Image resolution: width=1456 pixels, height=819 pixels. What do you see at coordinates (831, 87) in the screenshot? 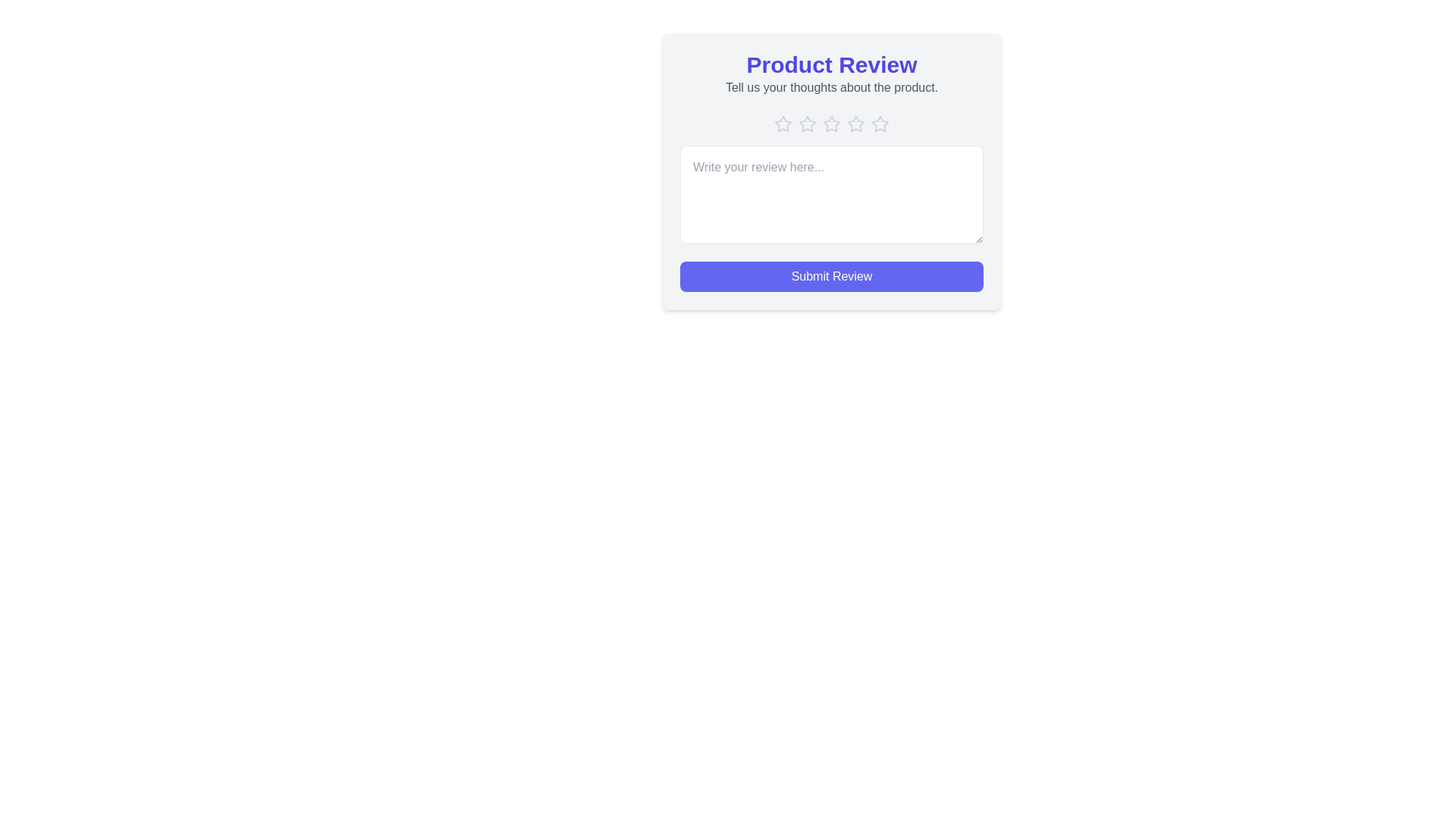
I see `the static text displaying 'Tell us your thoughts about the product.' which is located below the 'Product Review' title` at bounding box center [831, 87].